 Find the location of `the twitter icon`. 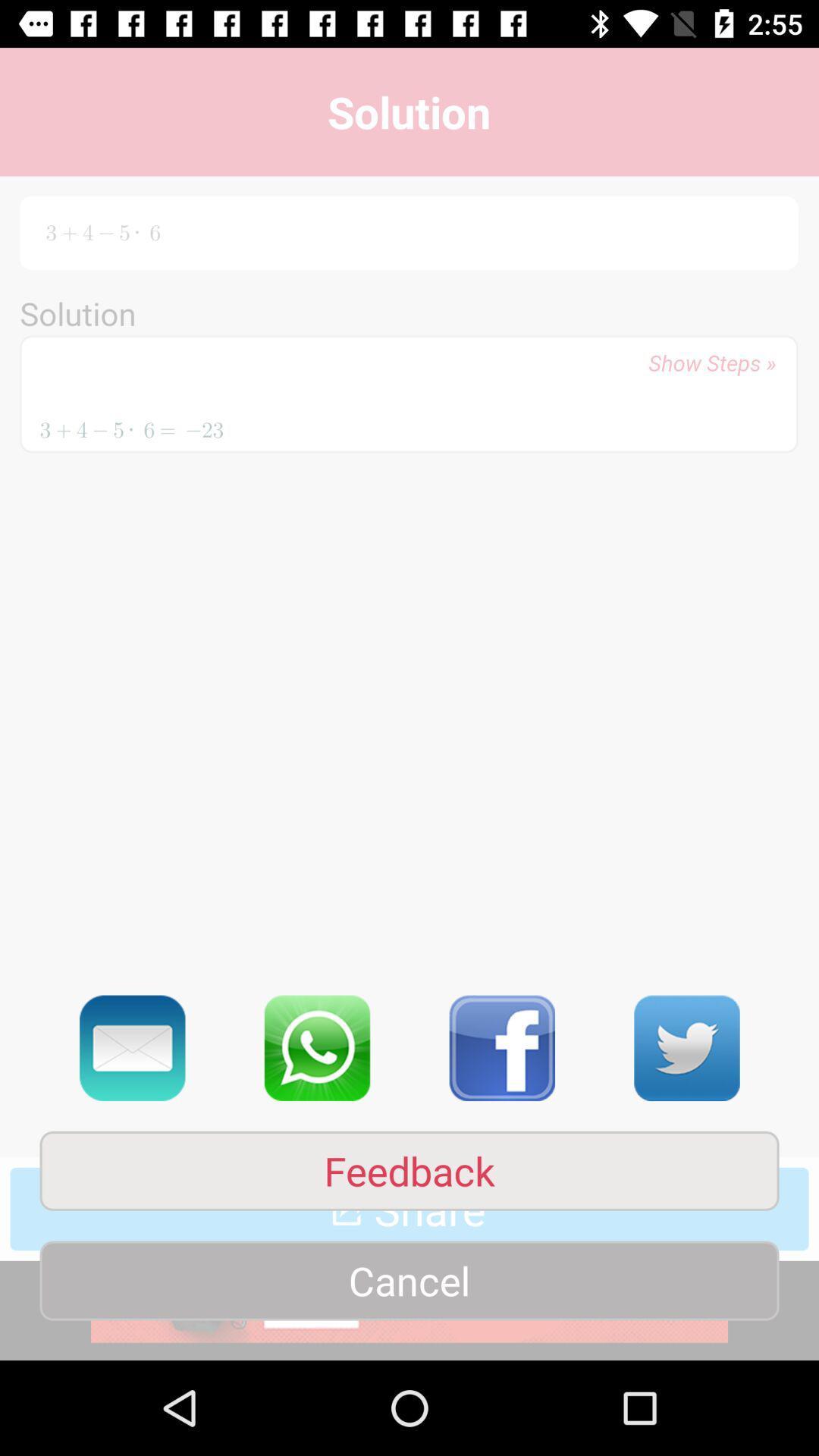

the twitter icon is located at coordinates (686, 1047).